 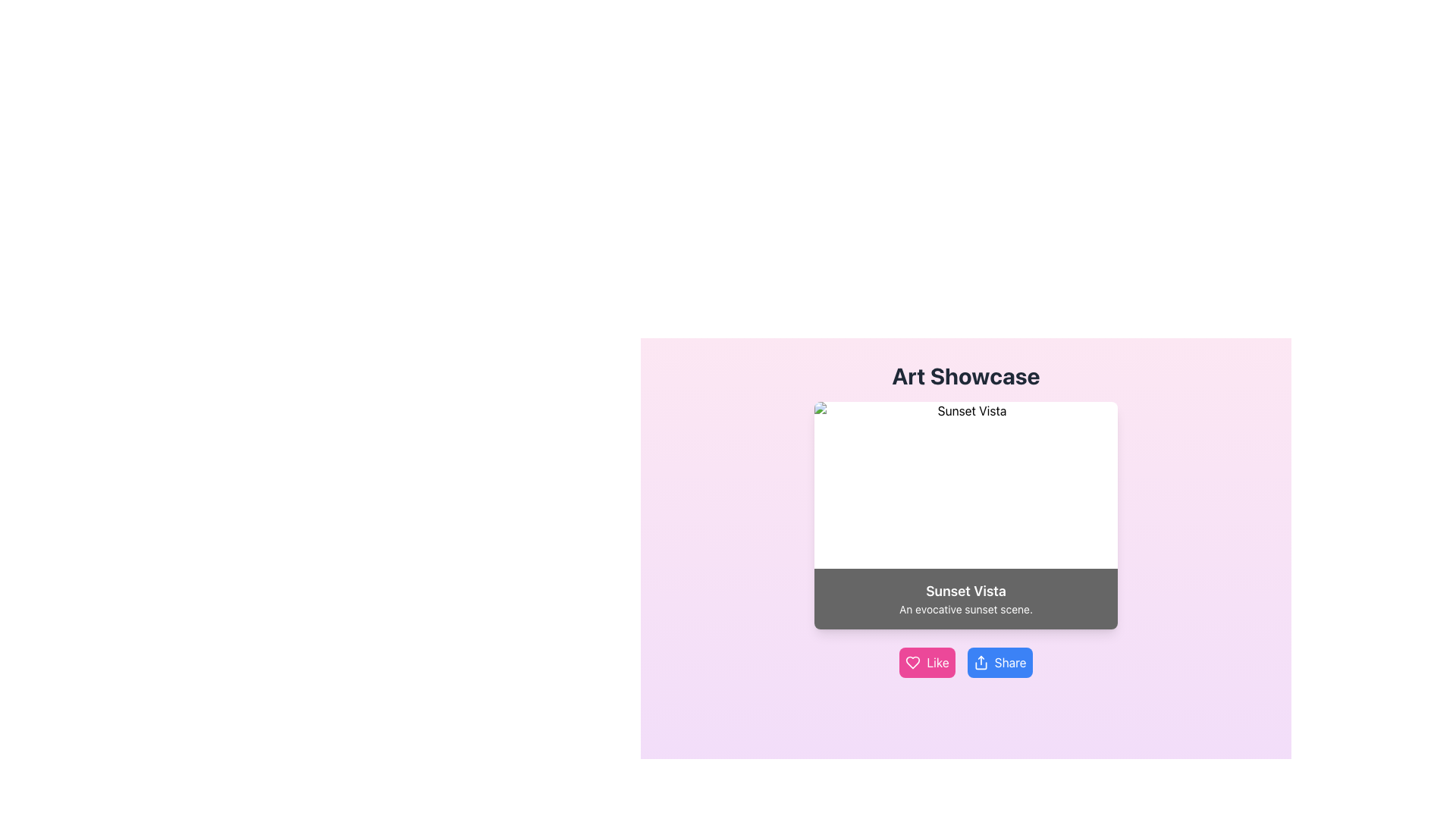 I want to click on the 'Share' button in the Grouped Buttons element, which is located below the 'An evocative sunset scene.' text in the 'Art Showcase' section, so click(x=965, y=662).